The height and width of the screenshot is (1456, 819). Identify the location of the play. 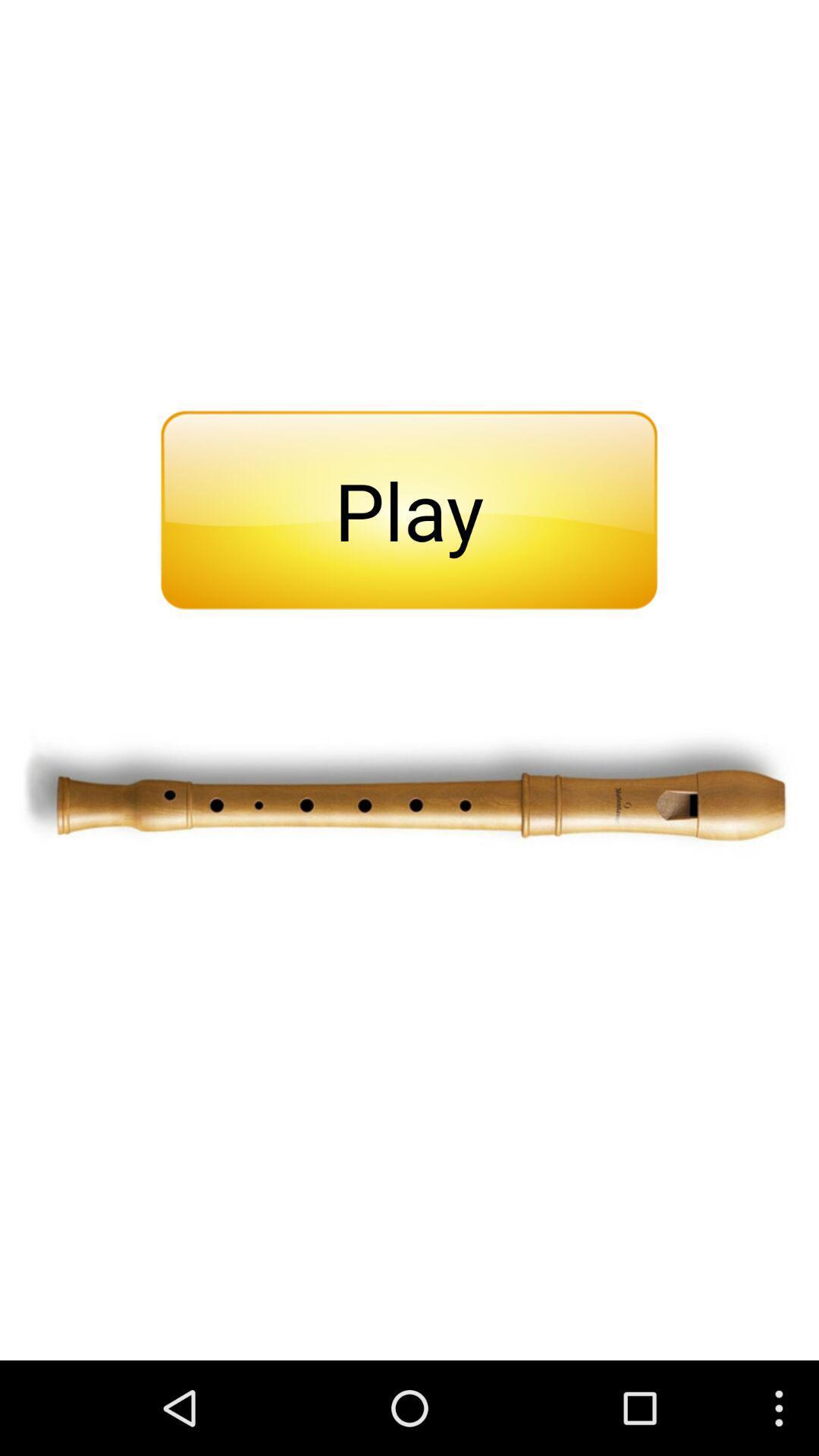
(408, 510).